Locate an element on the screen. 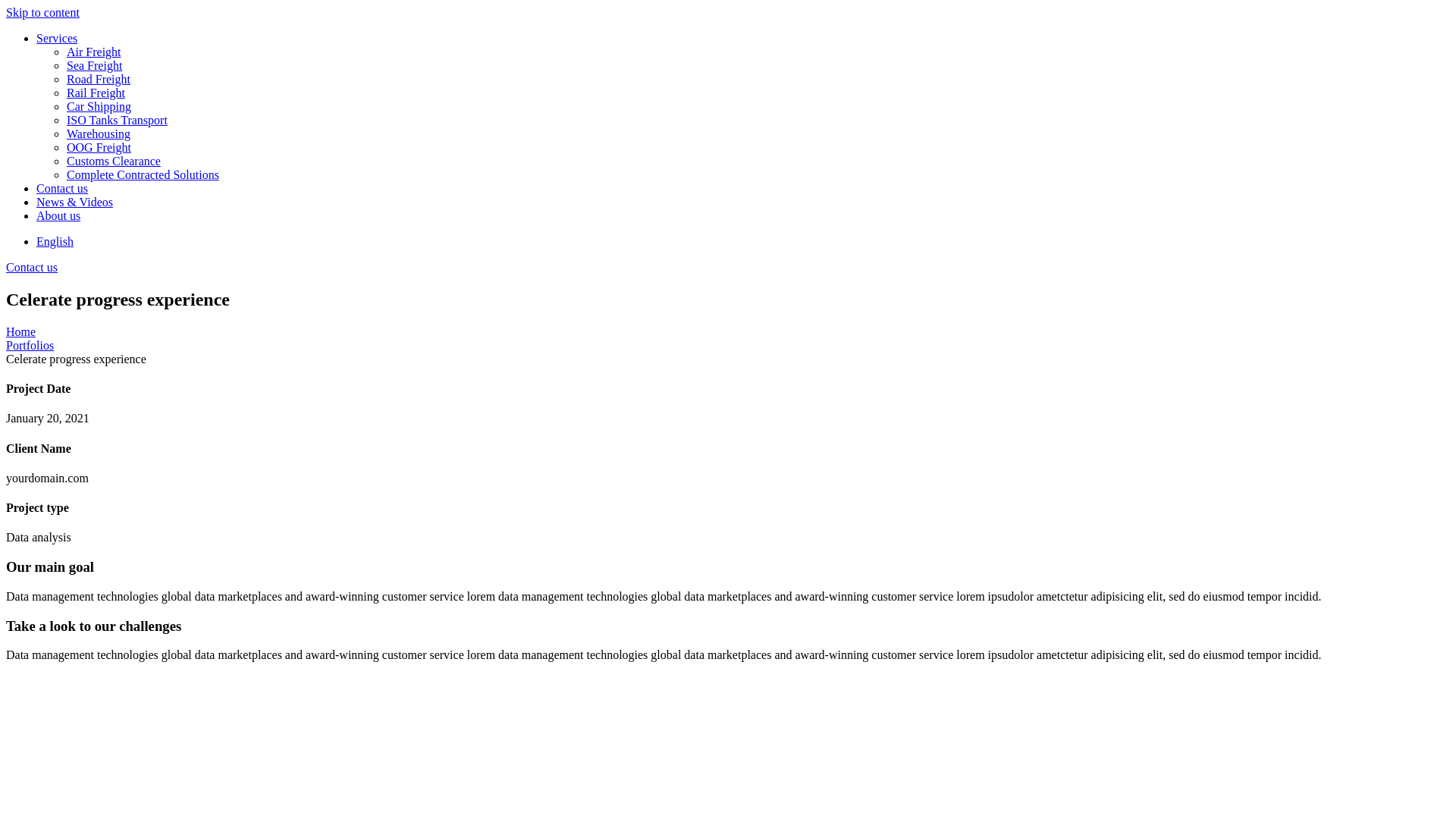 This screenshot has height=819, width=1456. 'Portfolios' is located at coordinates (6, 345).